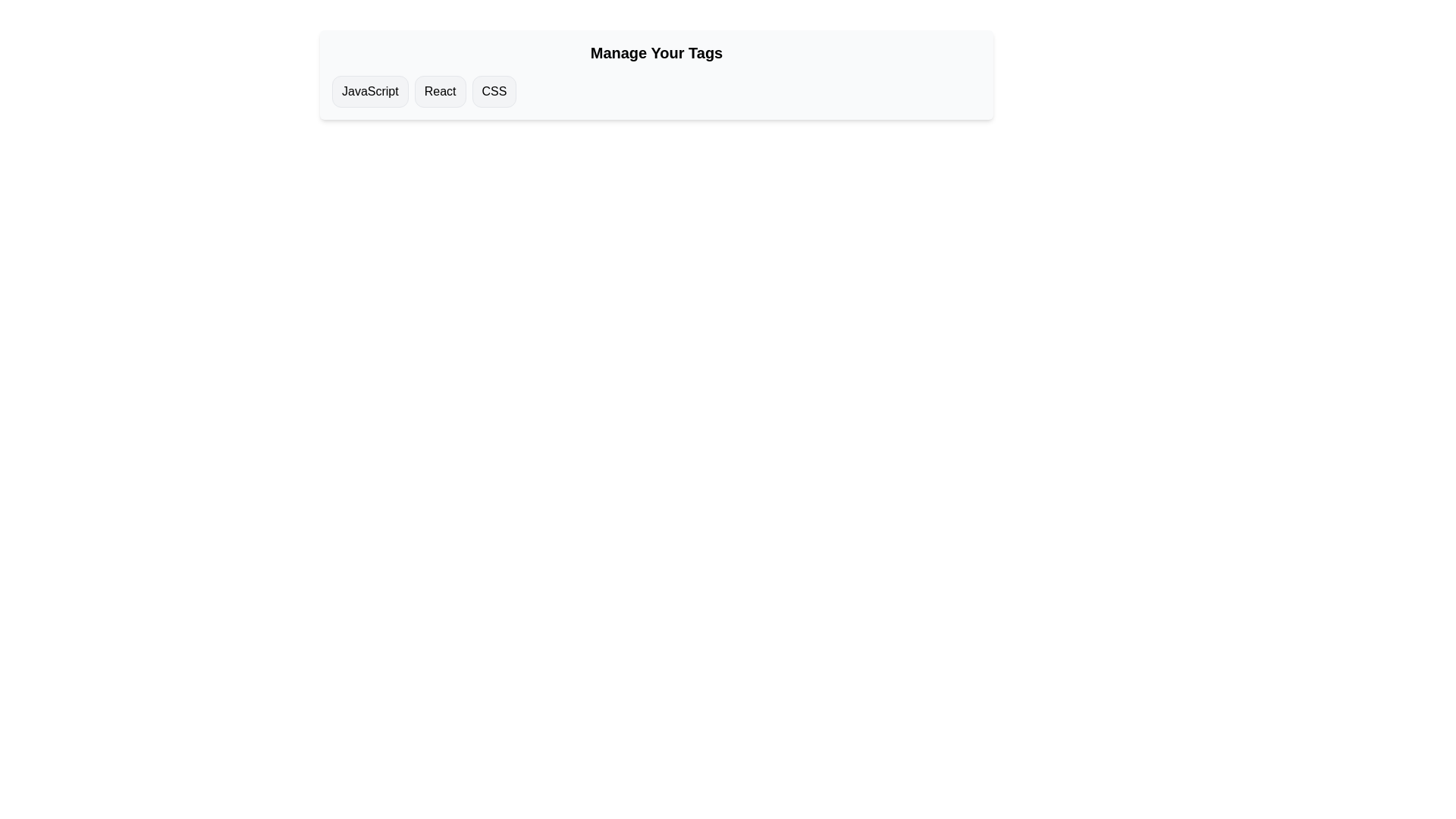  Describe the element at coordinates (494, 91) in the screenshot. I see `the tag labeled CSS to toggle its selection state` at that location.